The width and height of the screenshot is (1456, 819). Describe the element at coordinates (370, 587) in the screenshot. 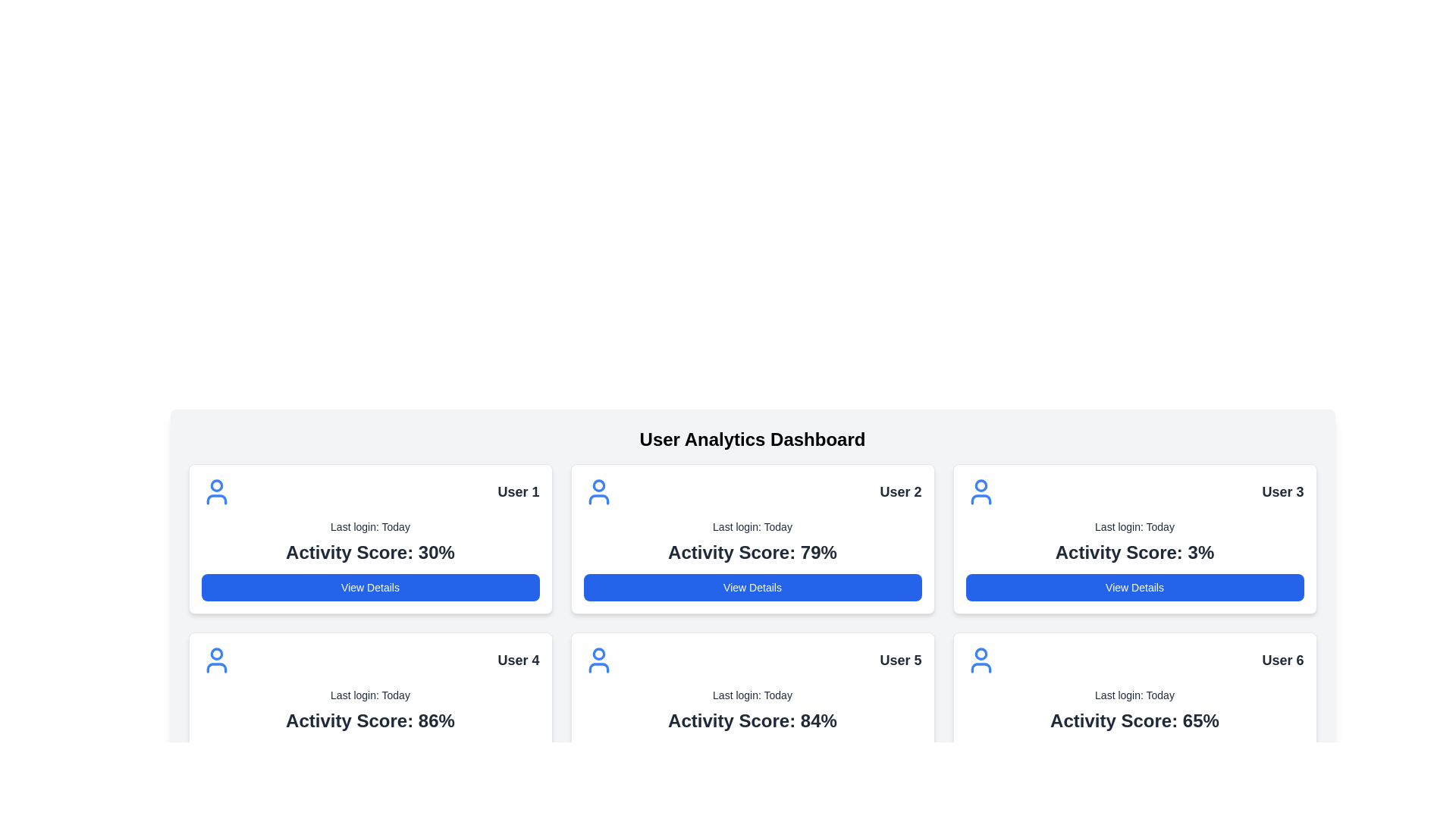

I see `the 'View Details' button located at the bottom of the card for 'User 1', which features a blue background and white text` at that location.